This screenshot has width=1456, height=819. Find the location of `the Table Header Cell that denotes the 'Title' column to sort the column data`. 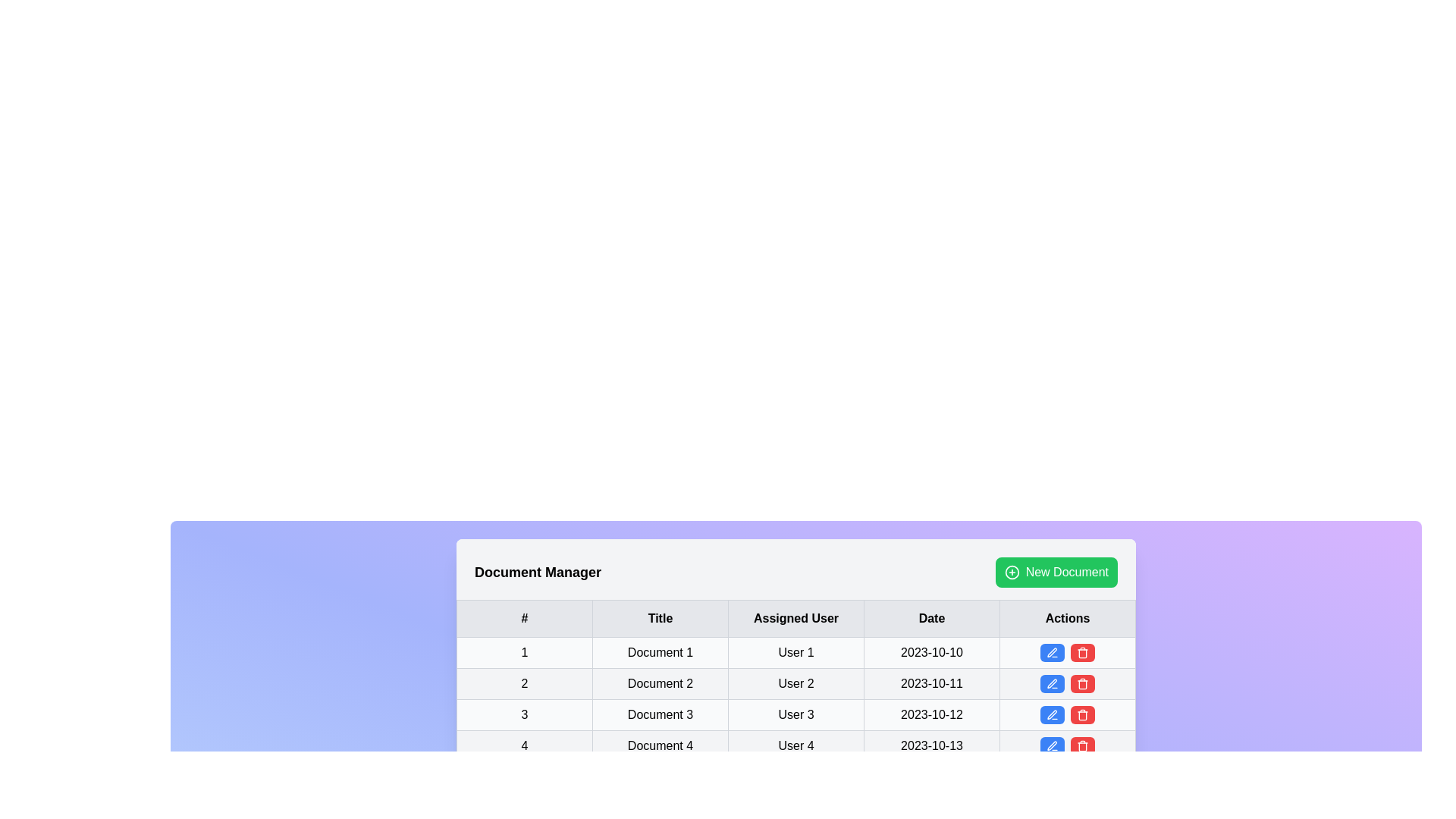

the Table Header Cell that denotes the 'Title' column to sort the column data is located at coordinates (660, 619).